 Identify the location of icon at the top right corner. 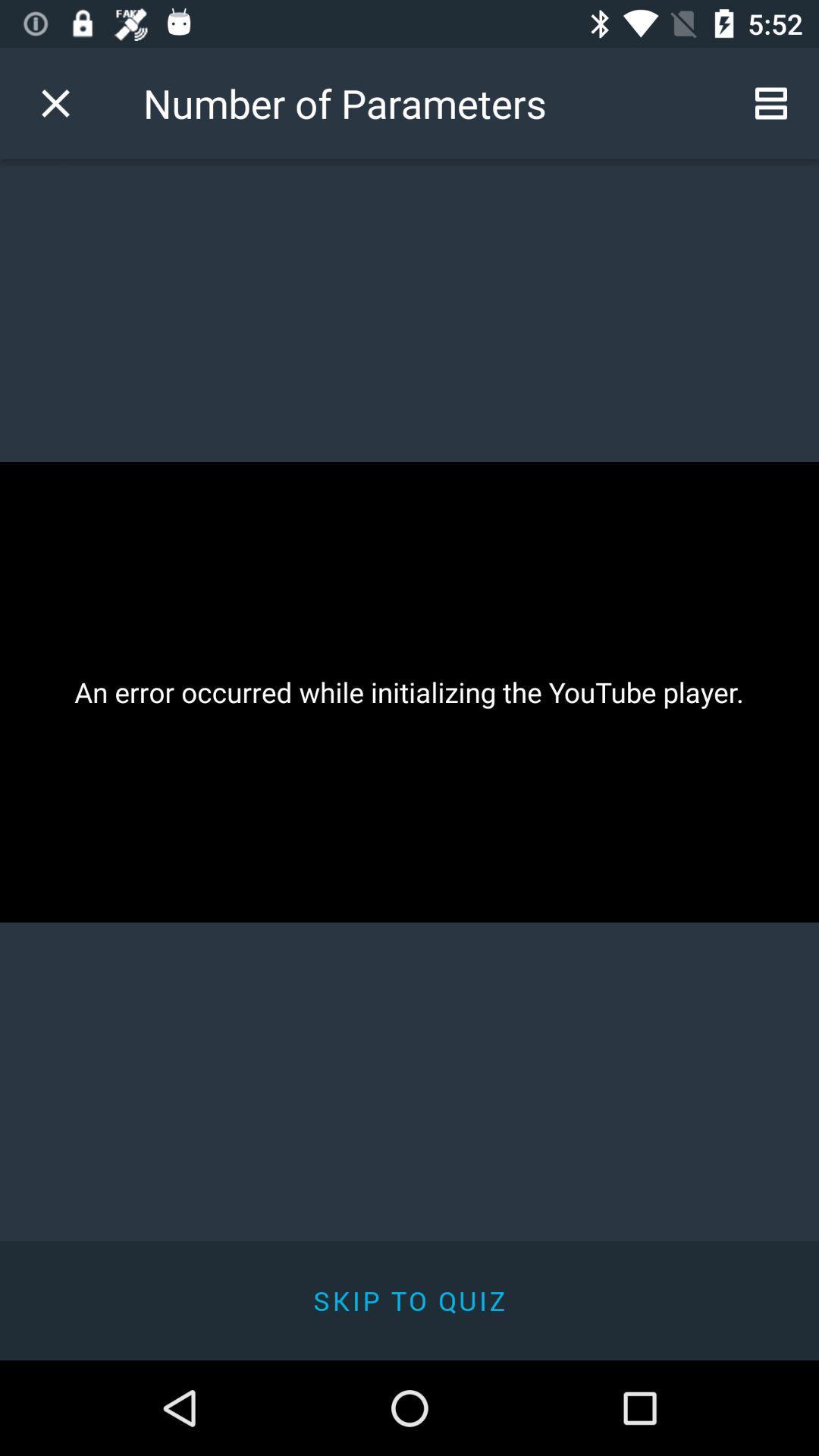
(771, 102).